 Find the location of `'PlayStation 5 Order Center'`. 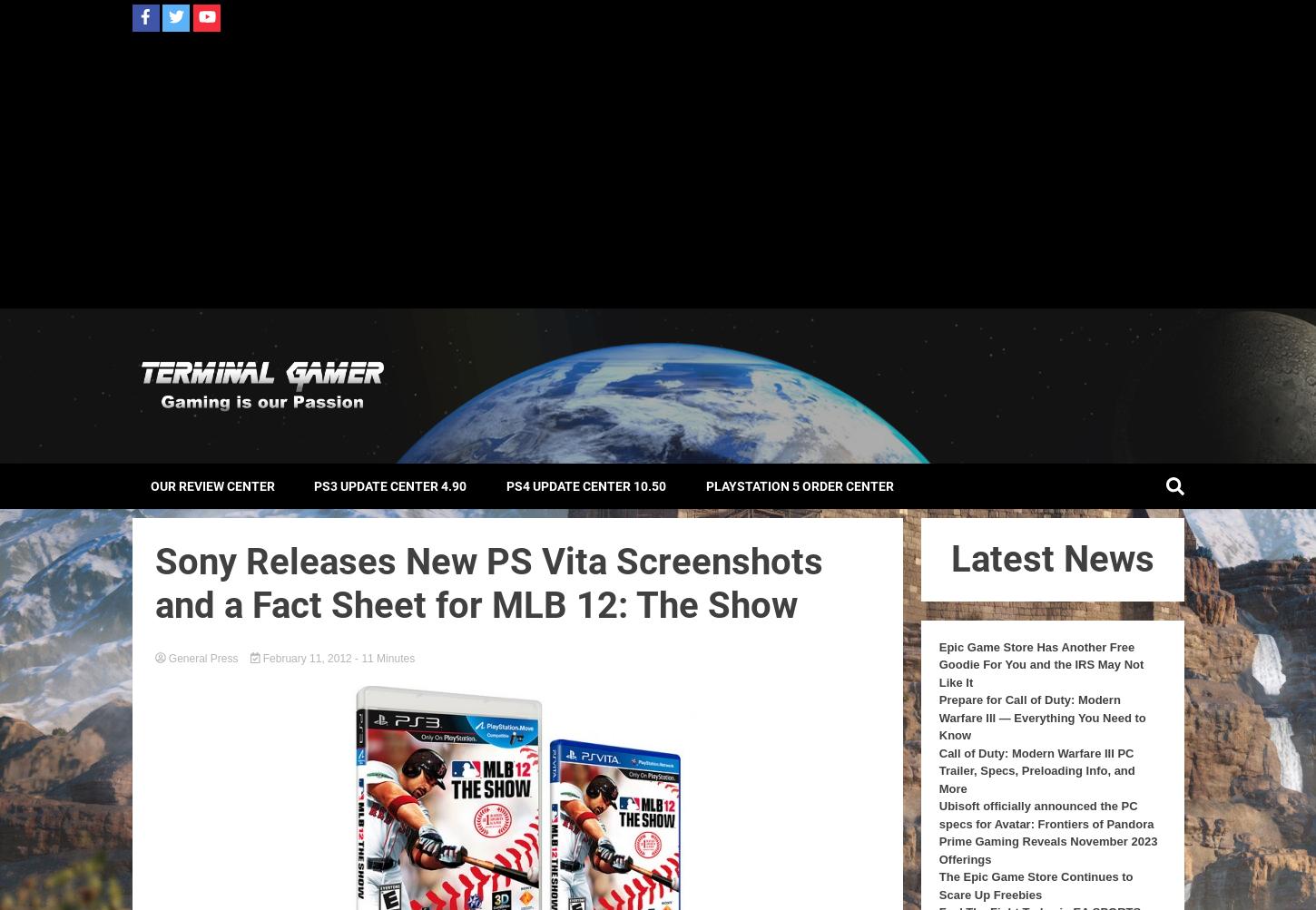

'PlayStation 5 Order Center' is located at coordinates (799, 484).